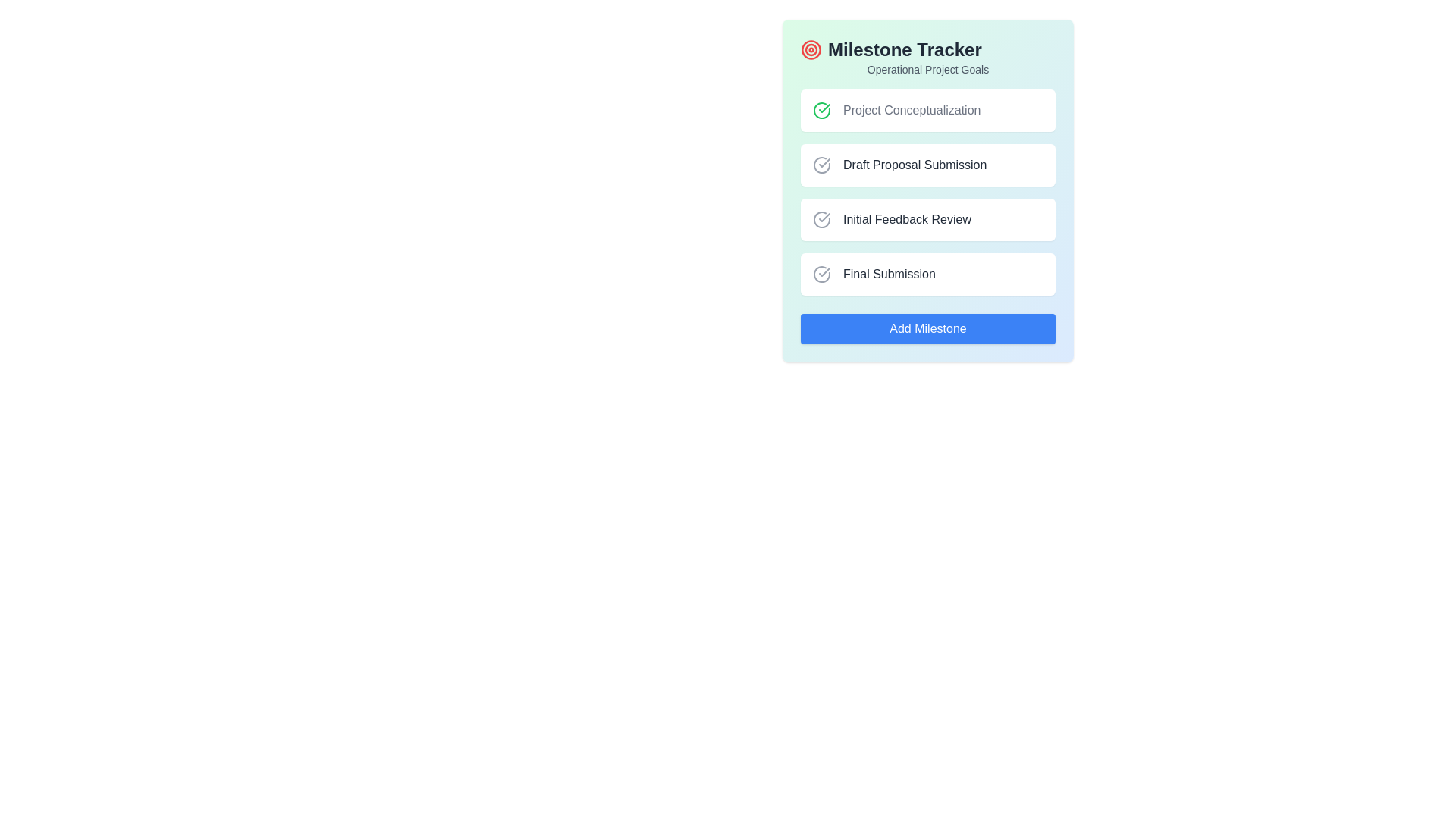 Image resolution: width=1456 pixels, height=819 pixels. I want to click on the milestone icon associated with the 'Draft Proposal Submission' task, which signifies a specific status of the task in the milestone tracker, so click(821, 165).